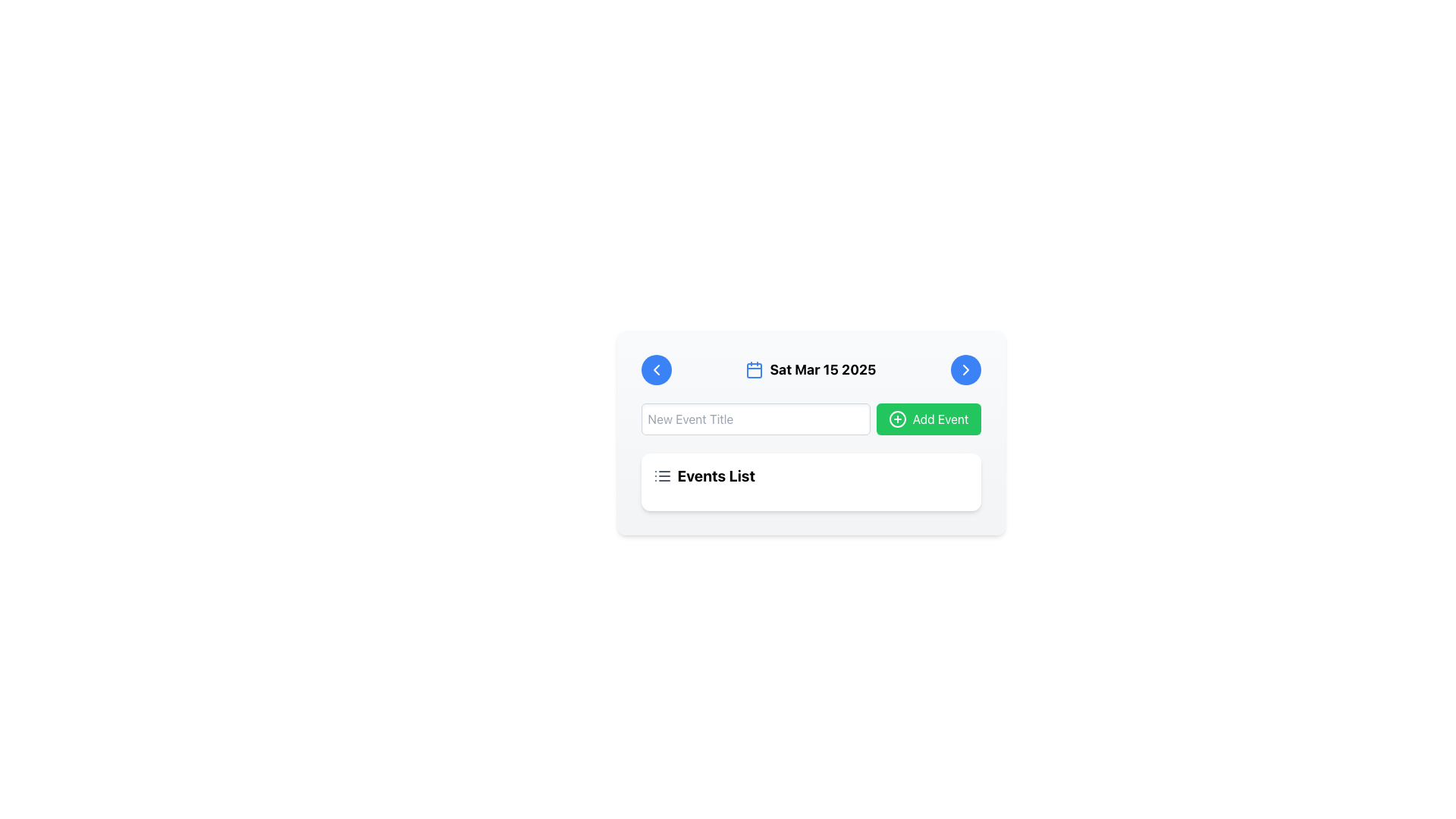 This screenshot has width=1456, height=819. I want to click on the green circular outline SVG element that is part of the '+' icon within the 'Add Event' button, positioned to the right of the 'New Event Title' input field, so click(897, 419).